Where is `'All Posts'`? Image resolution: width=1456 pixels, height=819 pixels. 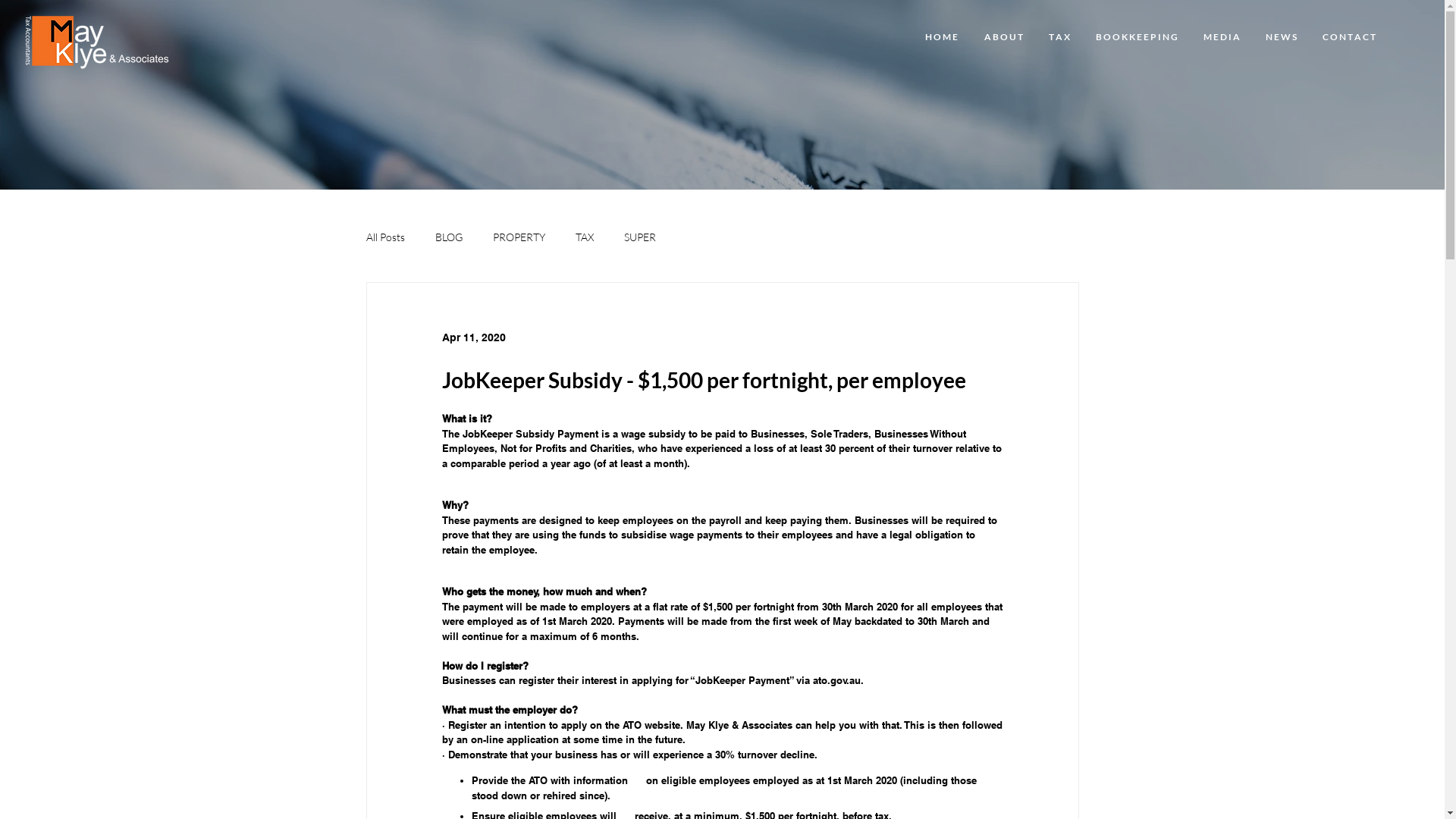
'All Posts' is located at coordinates (365, 237).